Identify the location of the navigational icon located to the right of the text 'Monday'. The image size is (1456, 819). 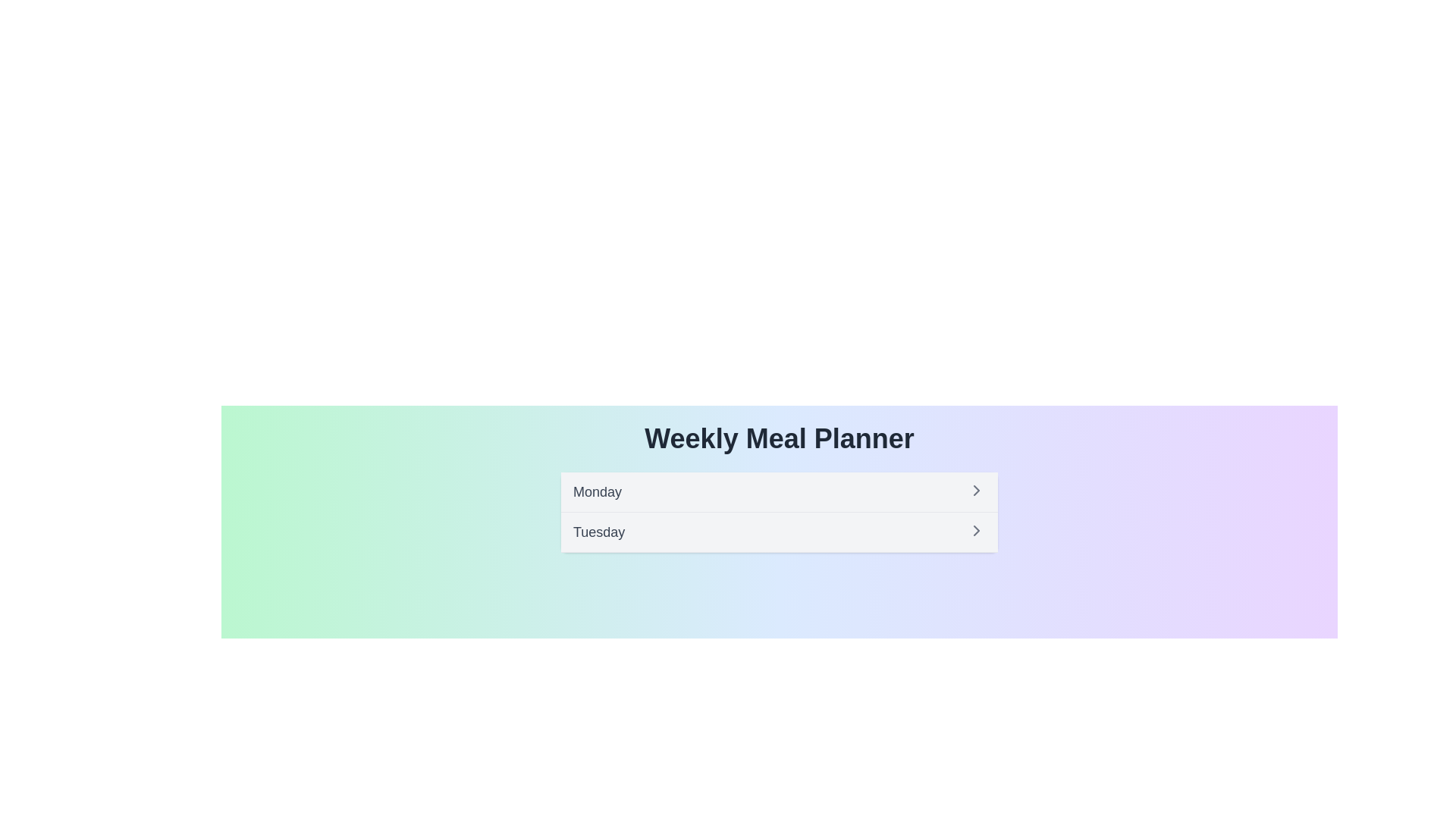
(976, 491).